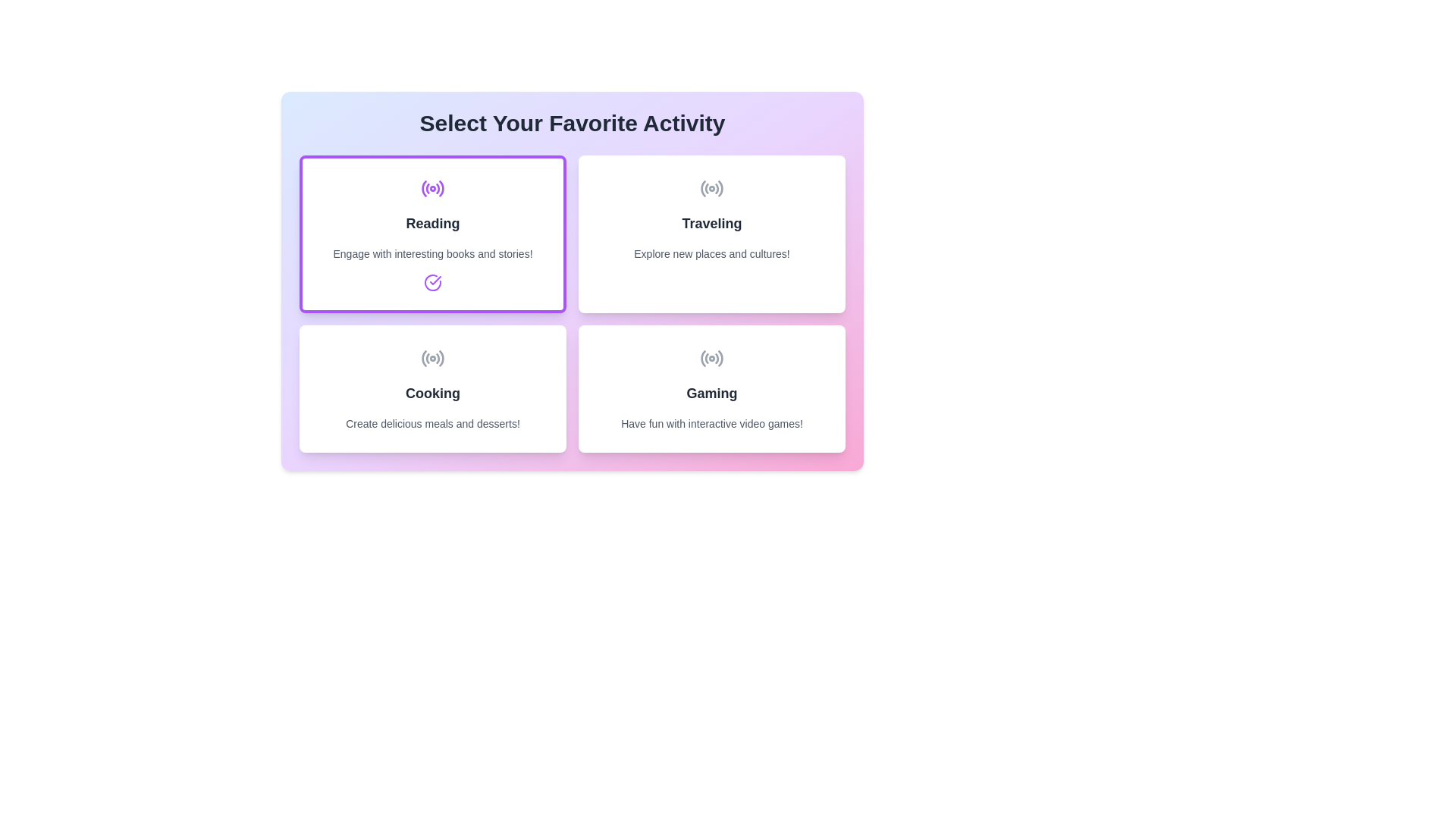 Image resolution: width=1456 pixels, height=819 pixels. What do you see at coordinates (711, 253) in the screenshot?
I see `the text label that says 'Explore new places and cultures!', which is located beneath the title 'Traveling' in the card layout` at bounding box center [711, 253].